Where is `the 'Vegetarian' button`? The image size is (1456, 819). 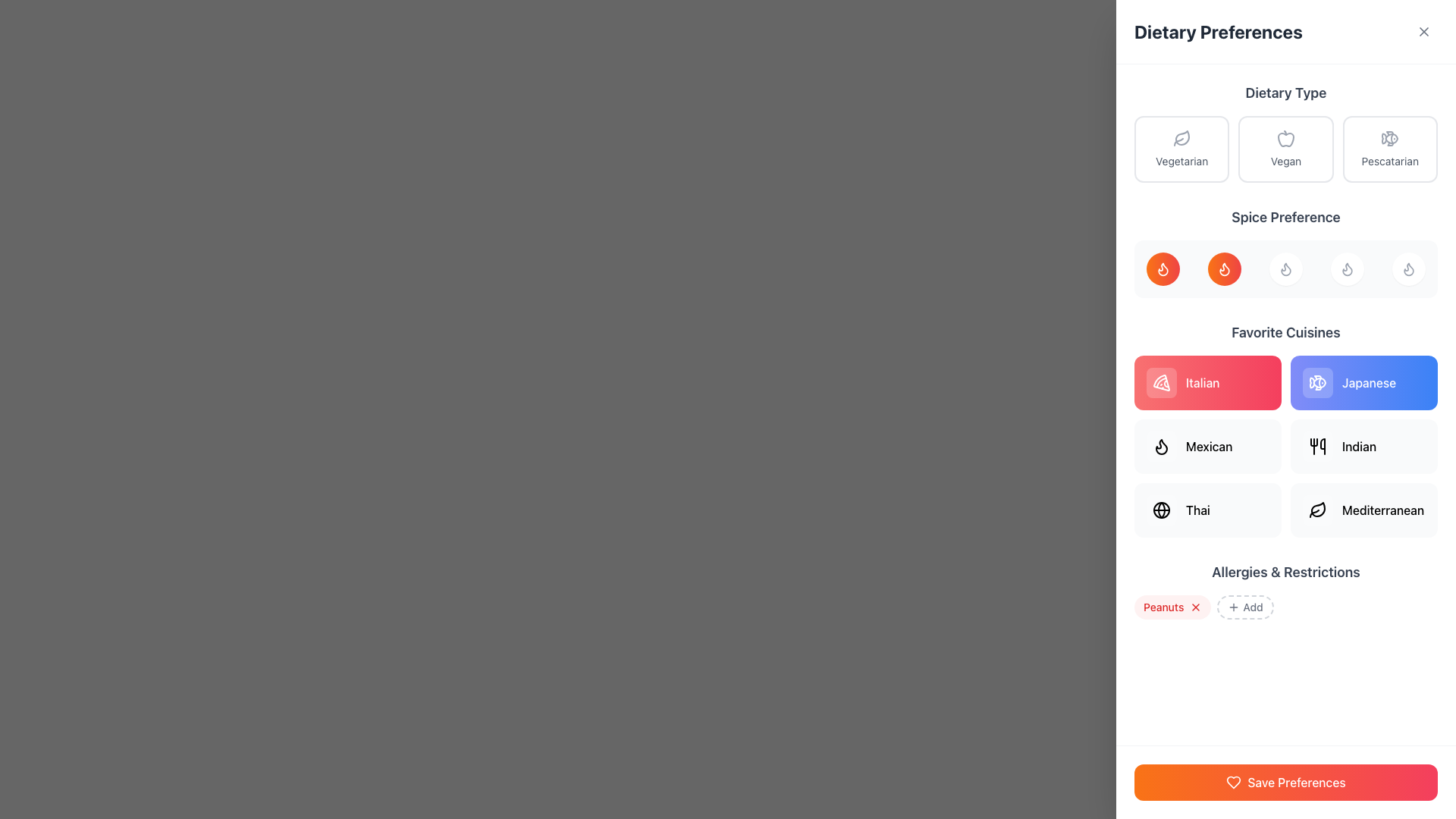
the 'Vegetarian' button is located at coordinates (1181, 149).